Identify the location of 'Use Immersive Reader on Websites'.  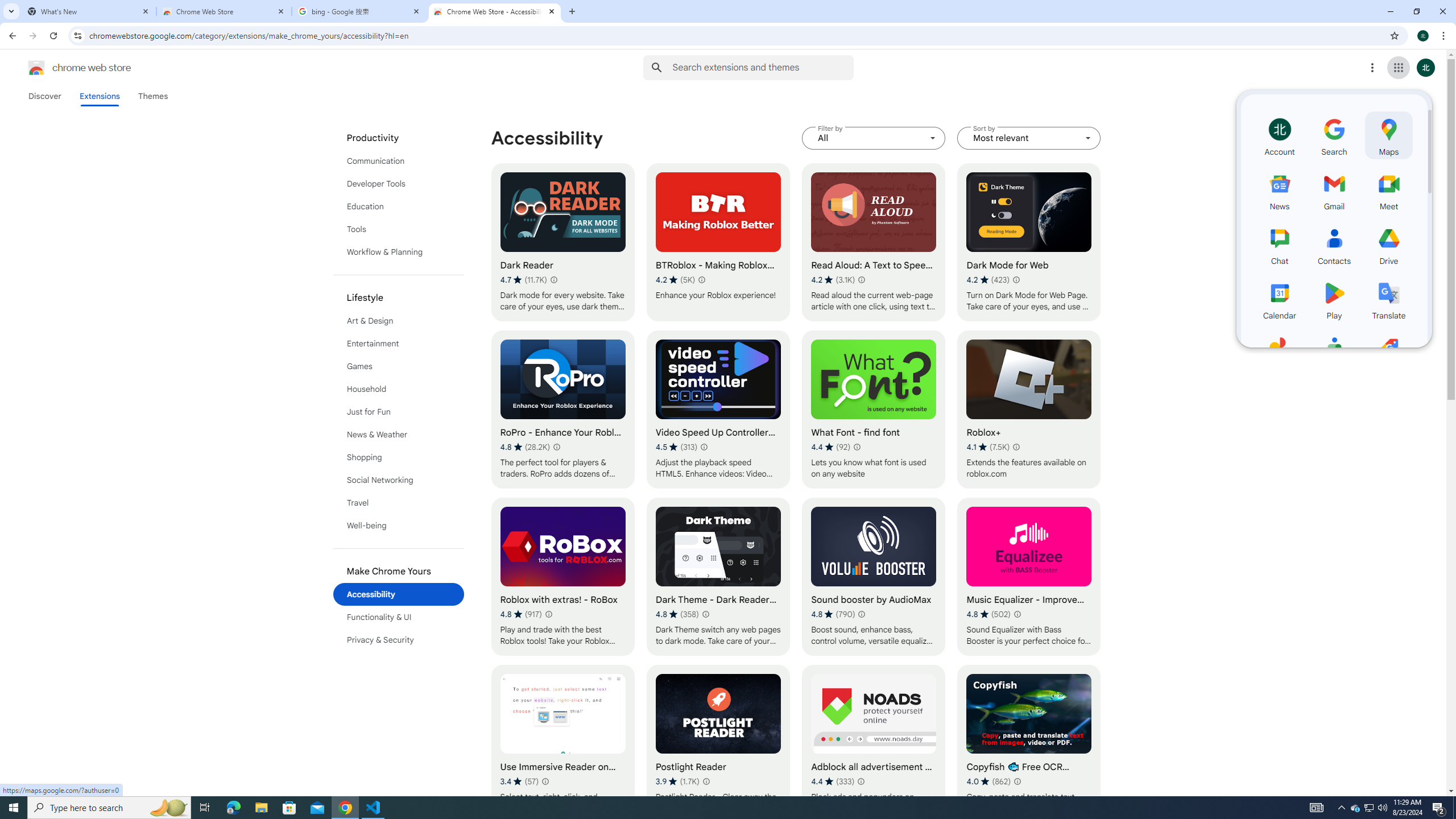
(562, 743).